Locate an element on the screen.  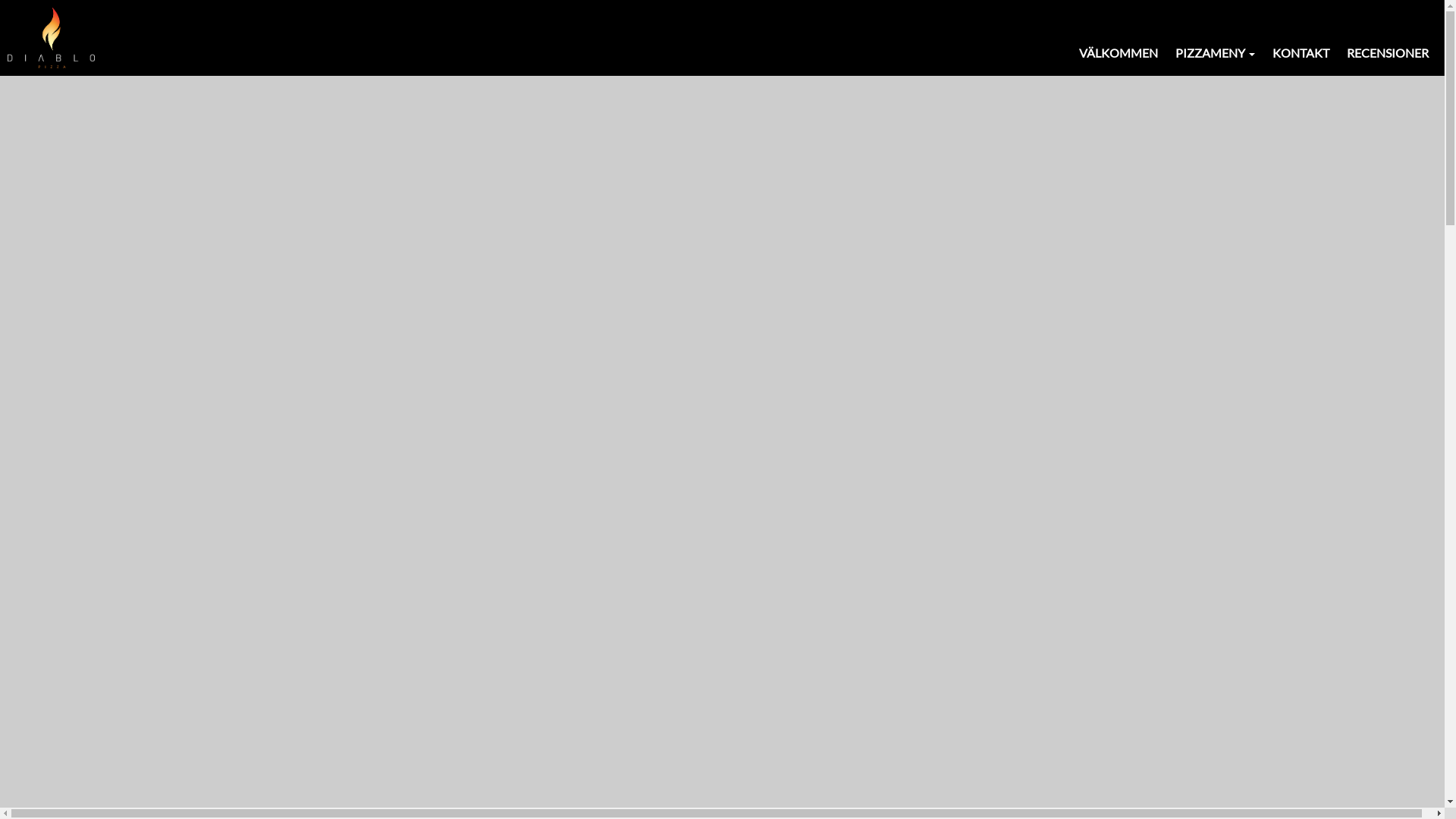
'RECENSIONER' is located at coordinates (1387, 52).